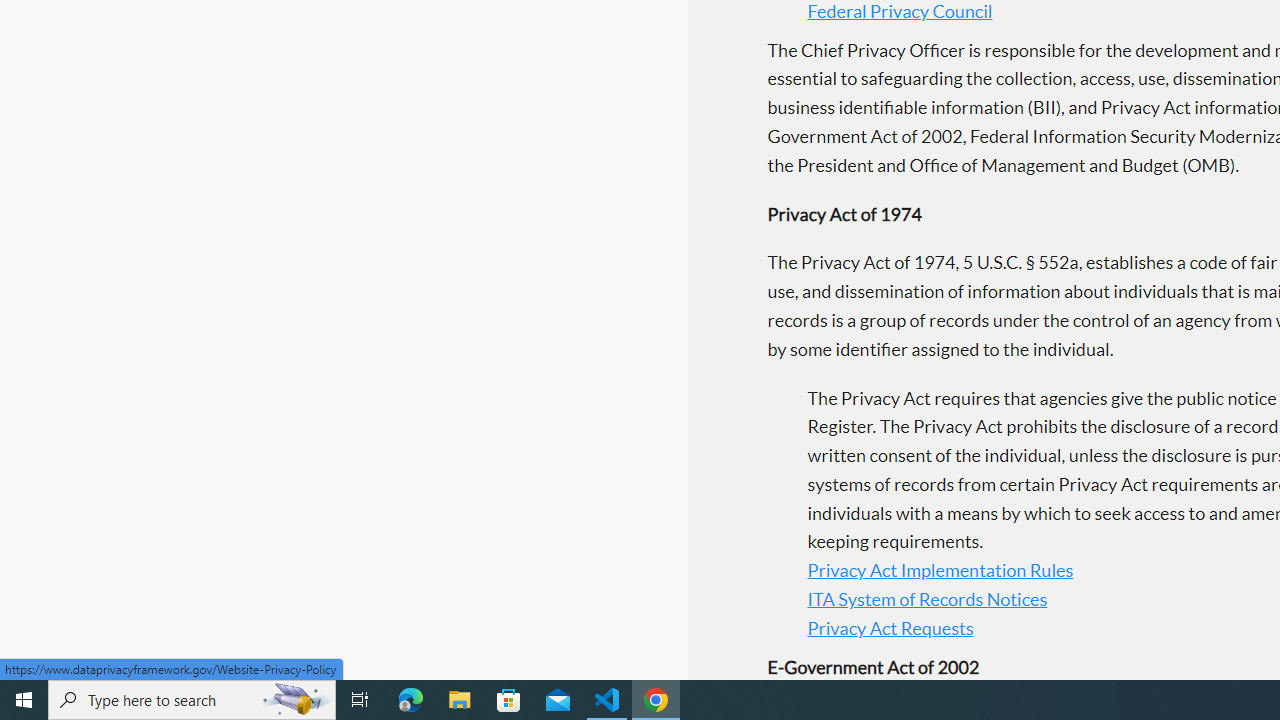  Describe the element at coordinates (926, 598) in the screenshot. I see `'ITA System of Records Notices'` at that location.